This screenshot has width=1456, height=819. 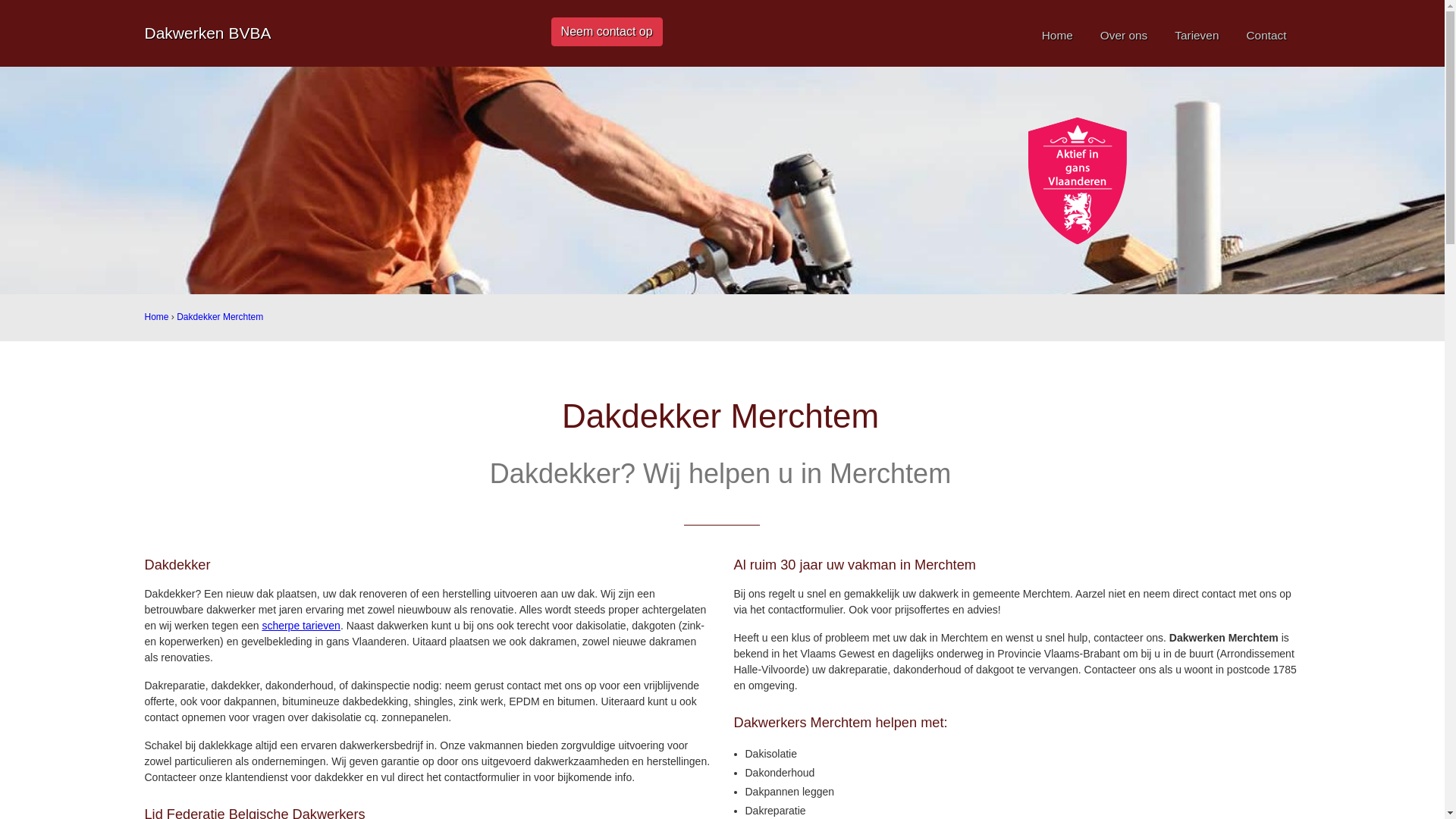 What do you see at coordinates (301, 626) in the screenshot?
I see `'scherpe tarieven'` at bounding box center [301, 626].